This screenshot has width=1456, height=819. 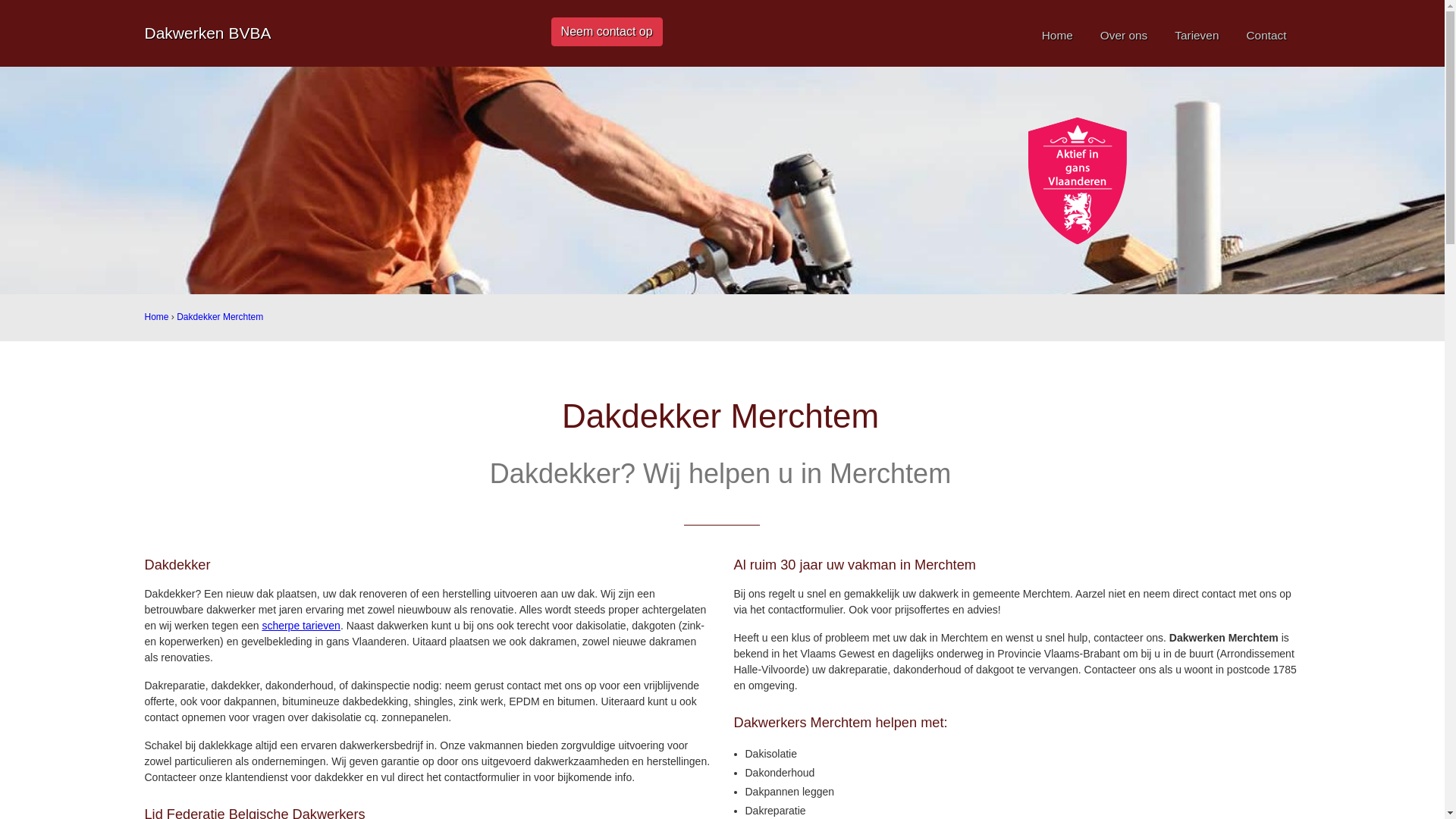 What do you see at coordinates (301, 626) in the screenshot?
I see `'scherpe tarieven'` at bounding box center [301, 626].